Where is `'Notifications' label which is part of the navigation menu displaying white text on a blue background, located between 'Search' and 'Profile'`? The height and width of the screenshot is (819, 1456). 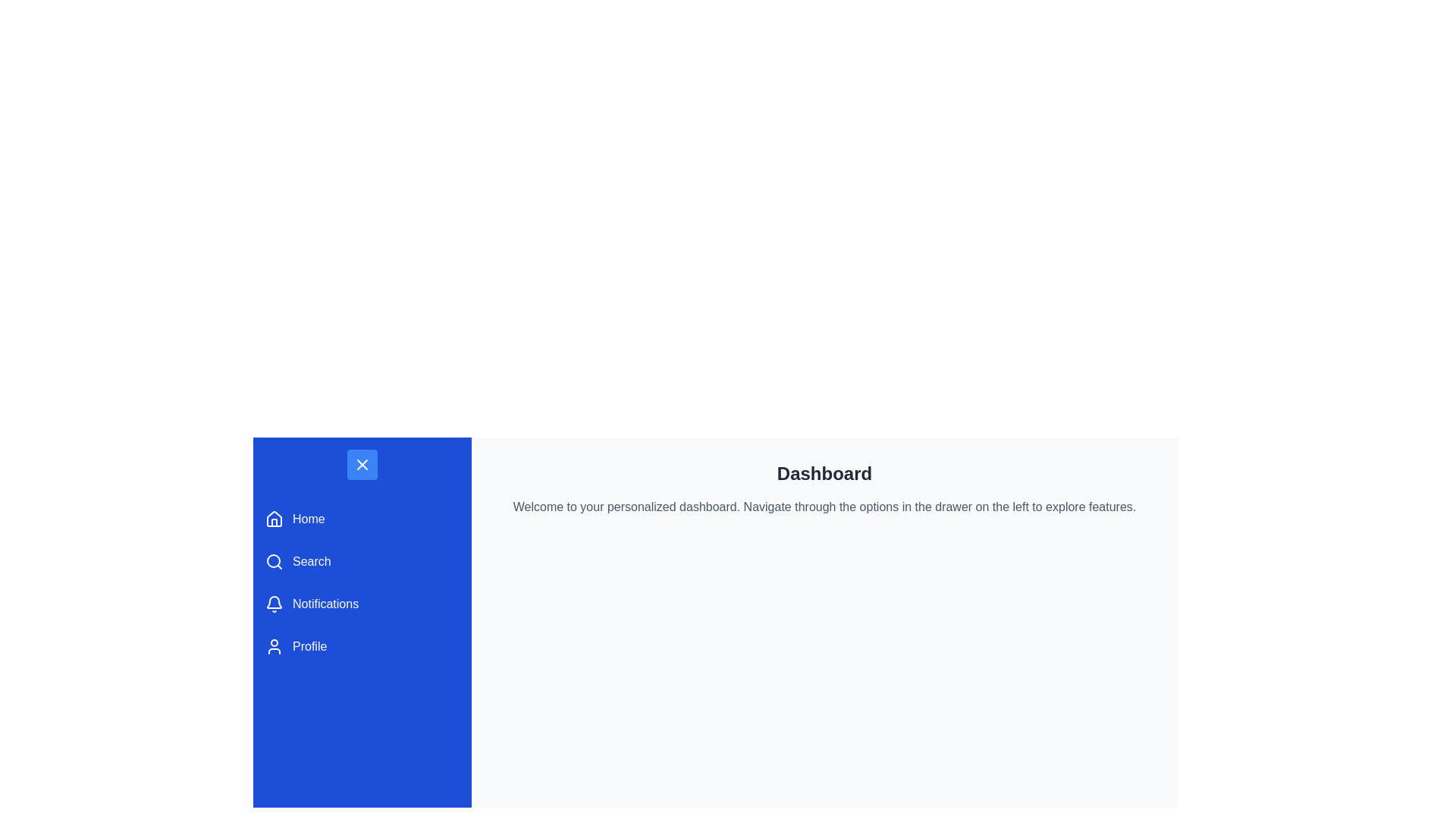 'Notifications' label which is part of the navigation menu displaying white text on a blue background, located between 'Search' and 'Profile' is located at coordinates (325, 604).